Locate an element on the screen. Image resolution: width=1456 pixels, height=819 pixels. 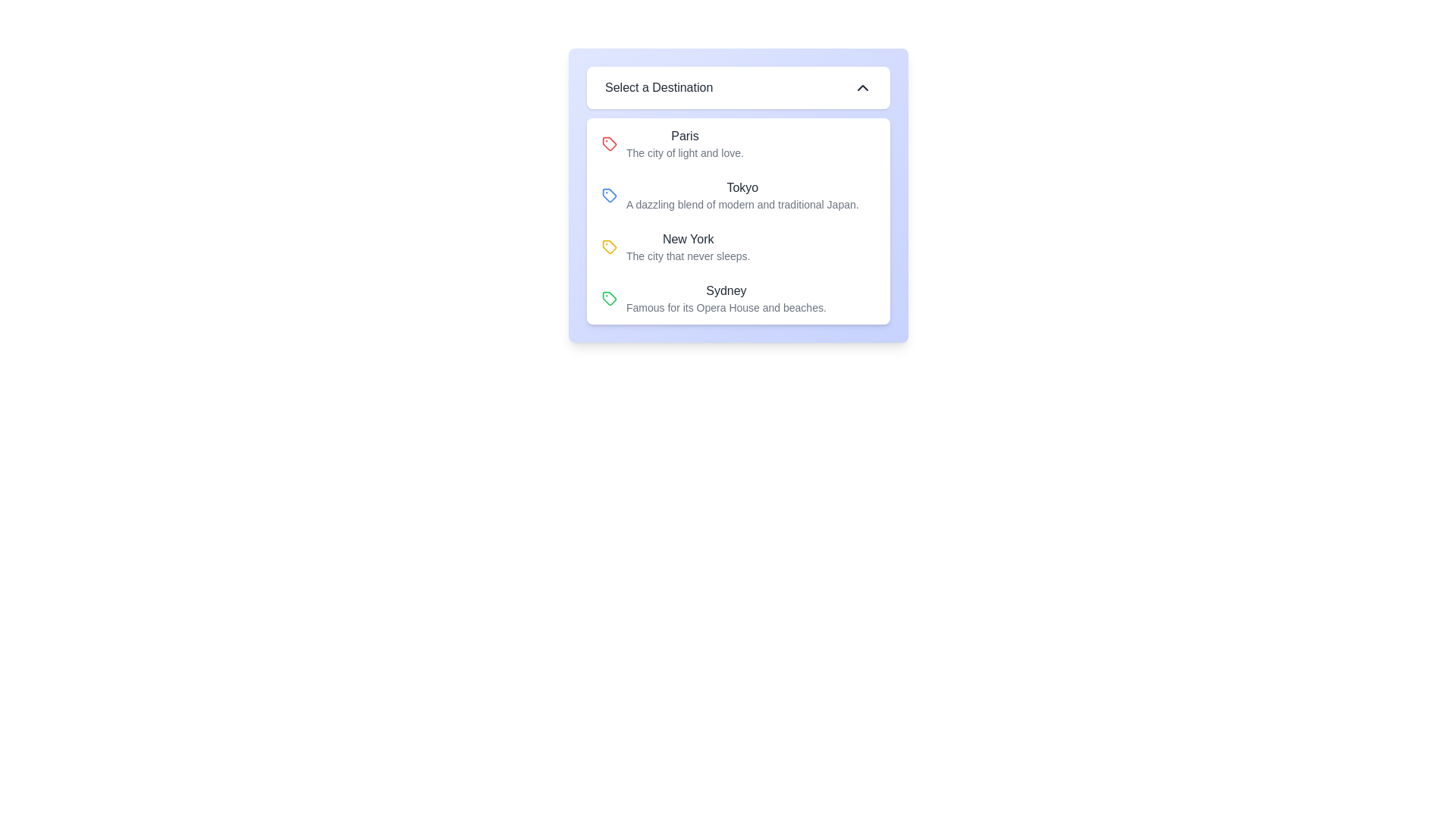
the text label for 'Tokyo', which is the second item in the selection menu of destinations under the panel titled 'Select a Destination' is located at coordinates (742, 187).